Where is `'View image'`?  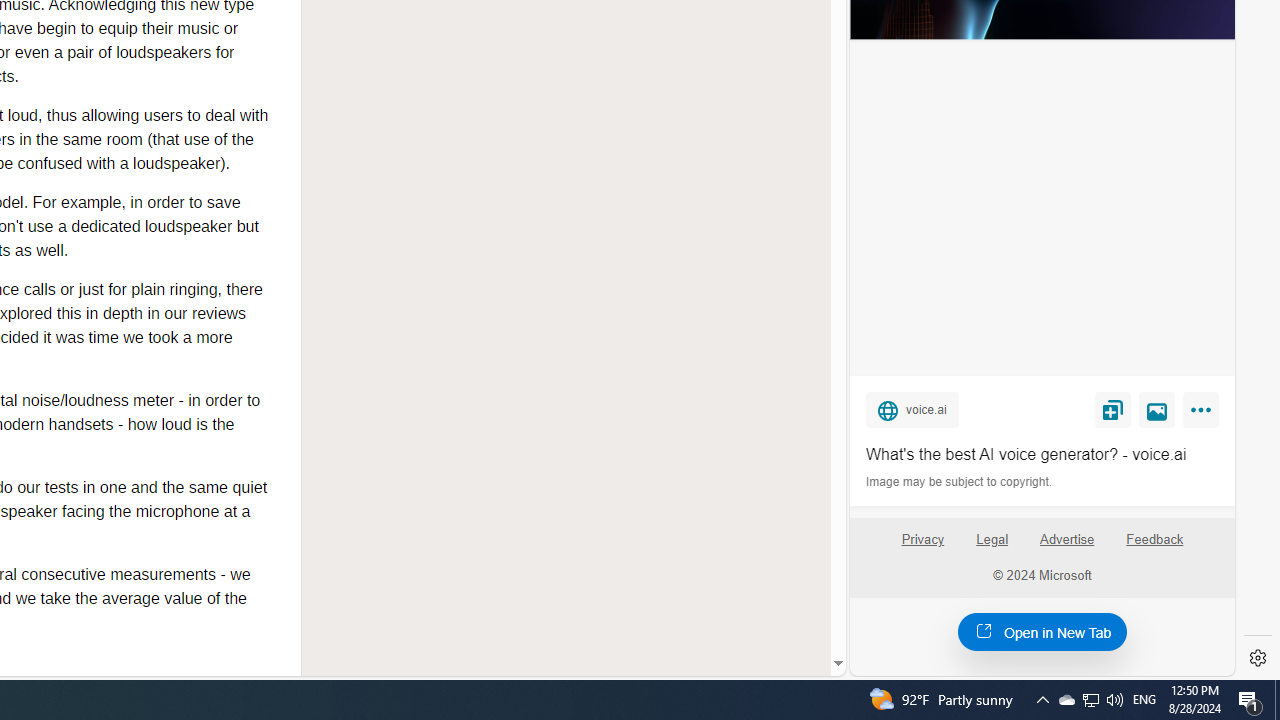 'View image' is located at coordinates (1157, 408).